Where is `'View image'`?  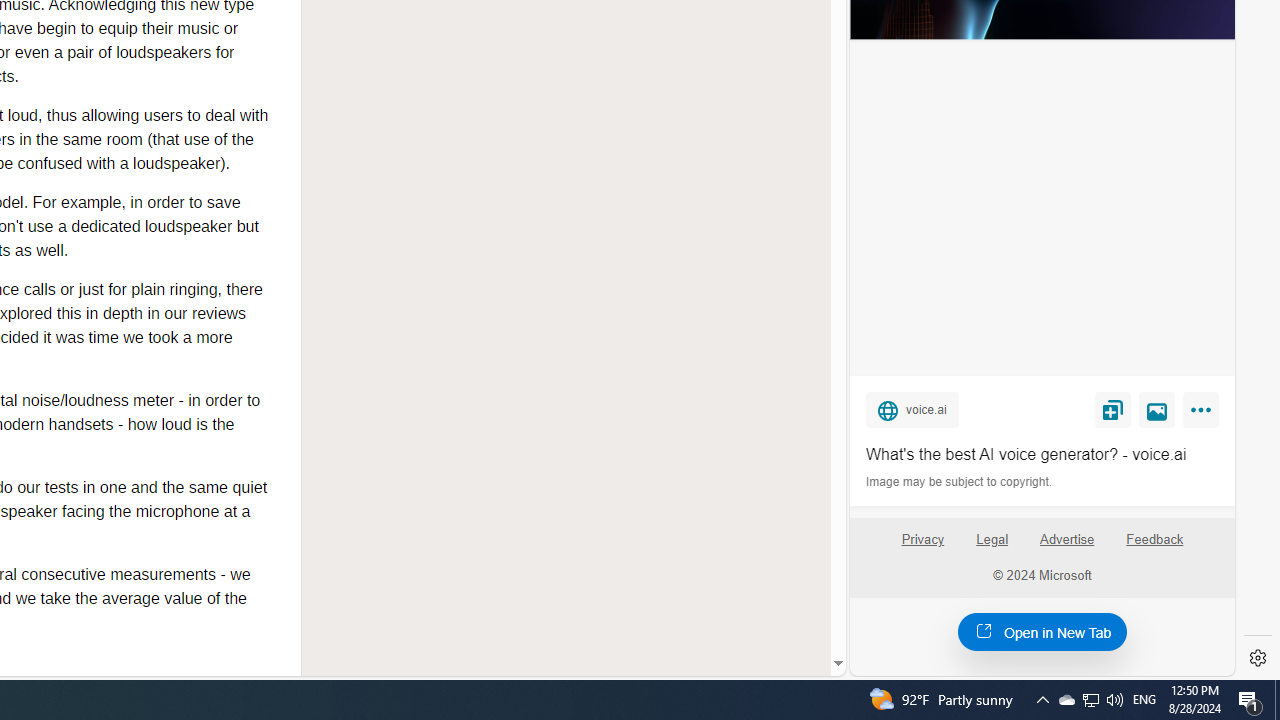 'View image' is located at coordinates (1157, 408).